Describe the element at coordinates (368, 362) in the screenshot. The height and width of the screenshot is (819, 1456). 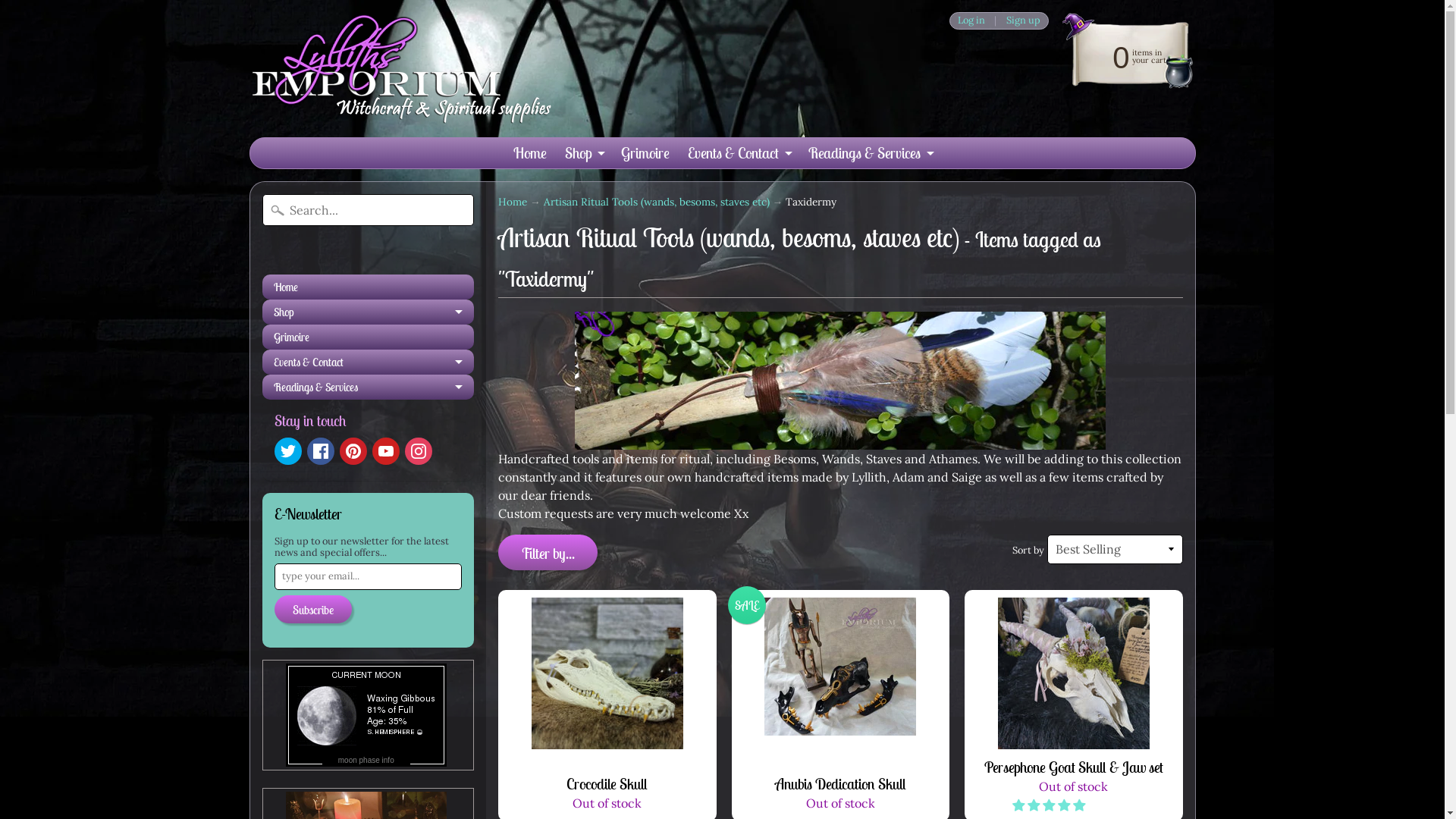
I see `'Events & Contact'` at that location.